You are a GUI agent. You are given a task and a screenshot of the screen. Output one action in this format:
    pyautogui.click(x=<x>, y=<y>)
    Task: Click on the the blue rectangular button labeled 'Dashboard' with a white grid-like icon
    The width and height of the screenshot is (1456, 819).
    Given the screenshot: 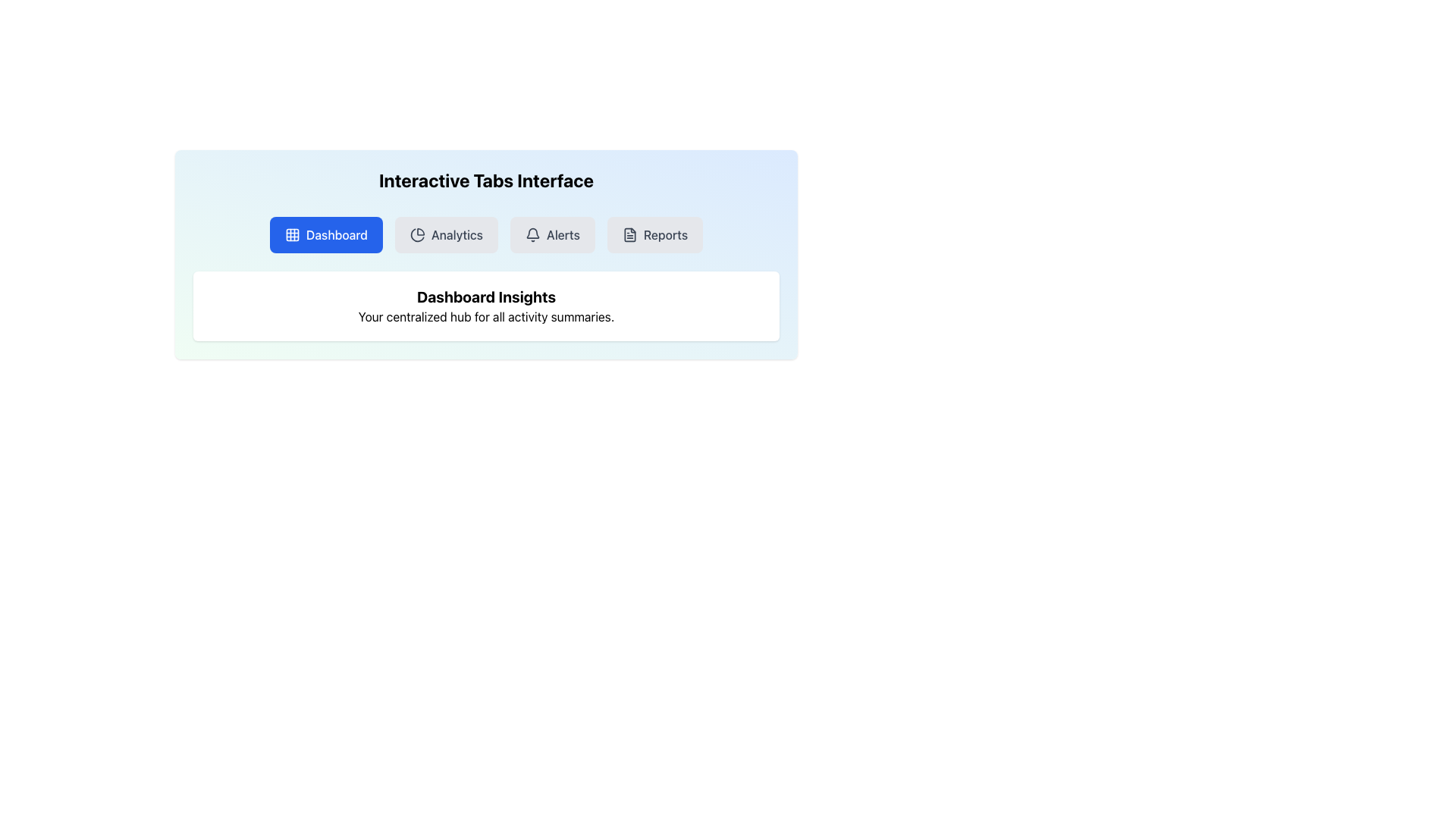 What is the action you would take?
    pyautogui.click(x=325, y=234)
    